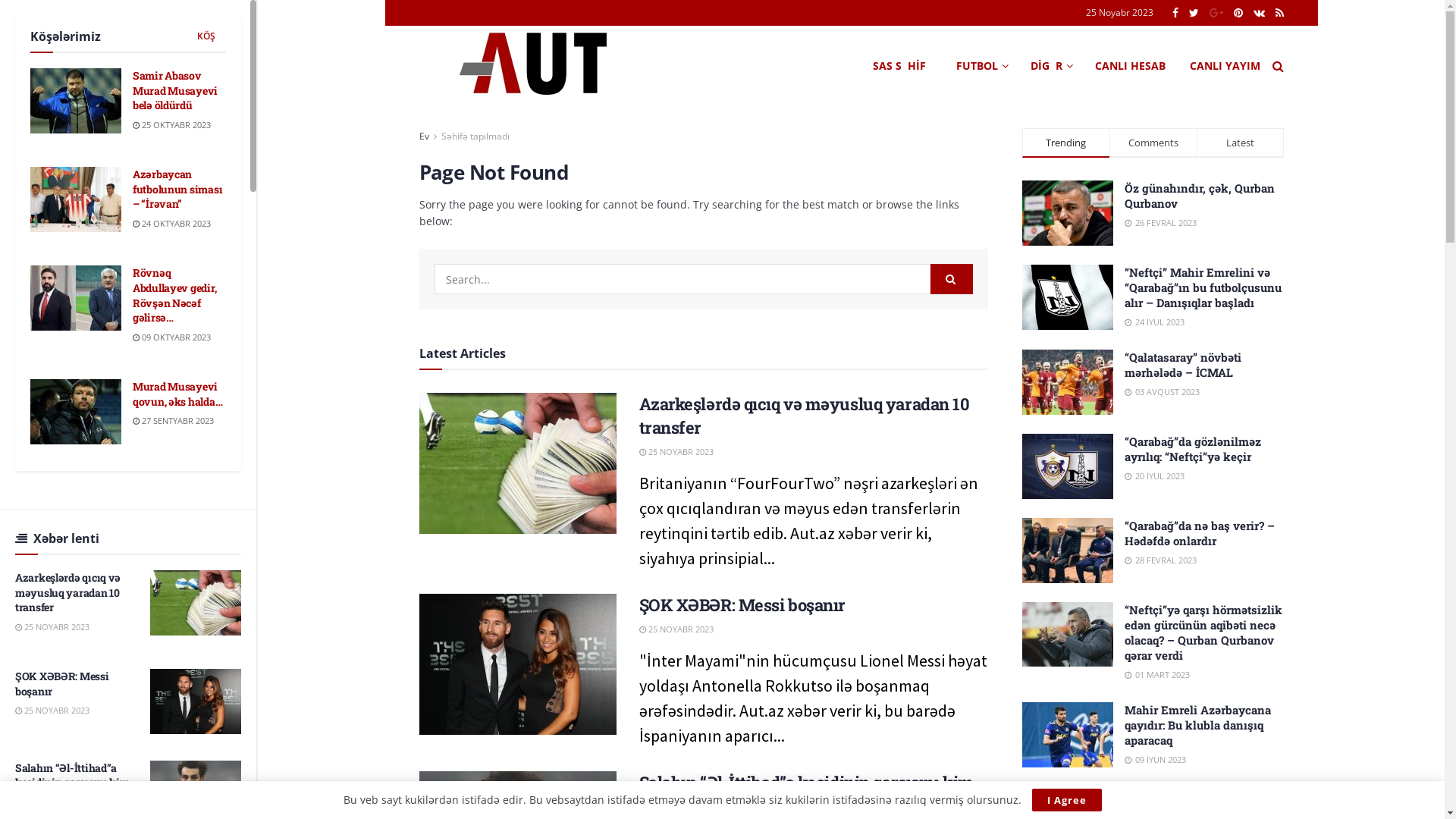 The height and width of the screenshot is (819, 1456). I want to click on '25 NOYABR 2023', so click(675, 450).